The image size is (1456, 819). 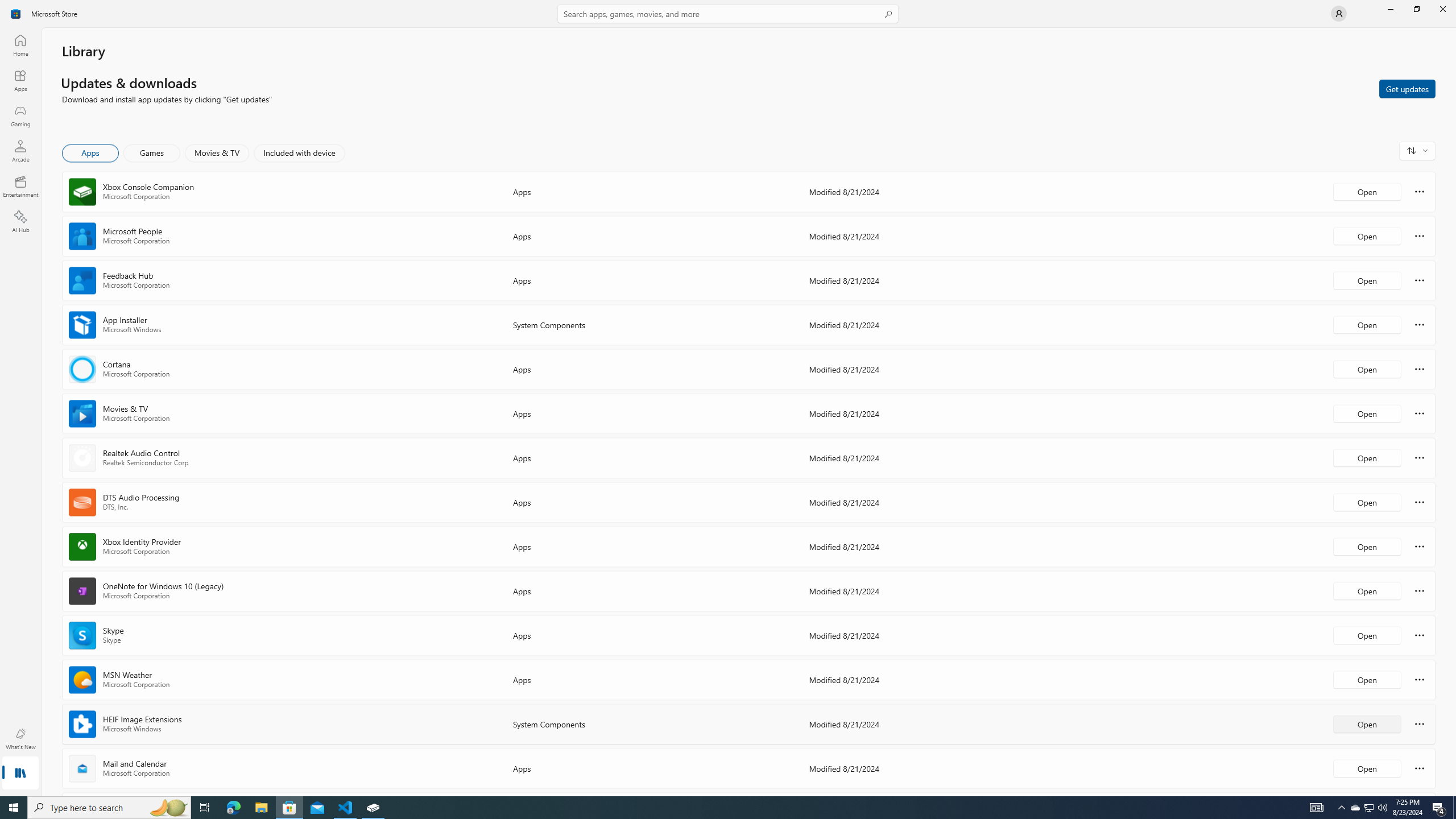 I want to click on 'Arcade', so click(x=19, y=150).